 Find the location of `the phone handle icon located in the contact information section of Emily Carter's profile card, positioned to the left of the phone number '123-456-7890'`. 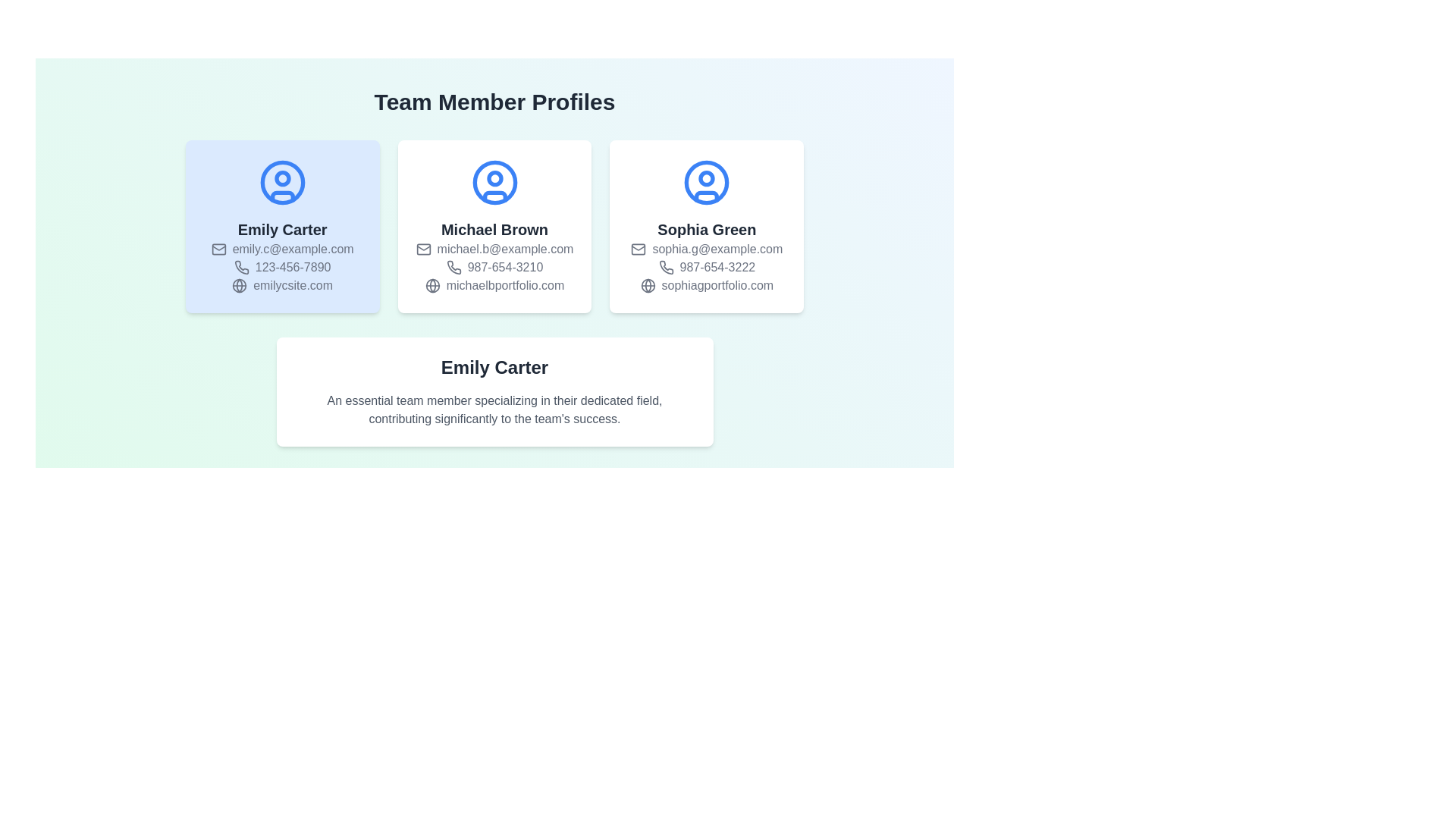

the phone handle icon located in the contact information section of Emily Carter's profile card, positioned to the left of the phone number '123-456-7890' is located at coordinates (240, 267).